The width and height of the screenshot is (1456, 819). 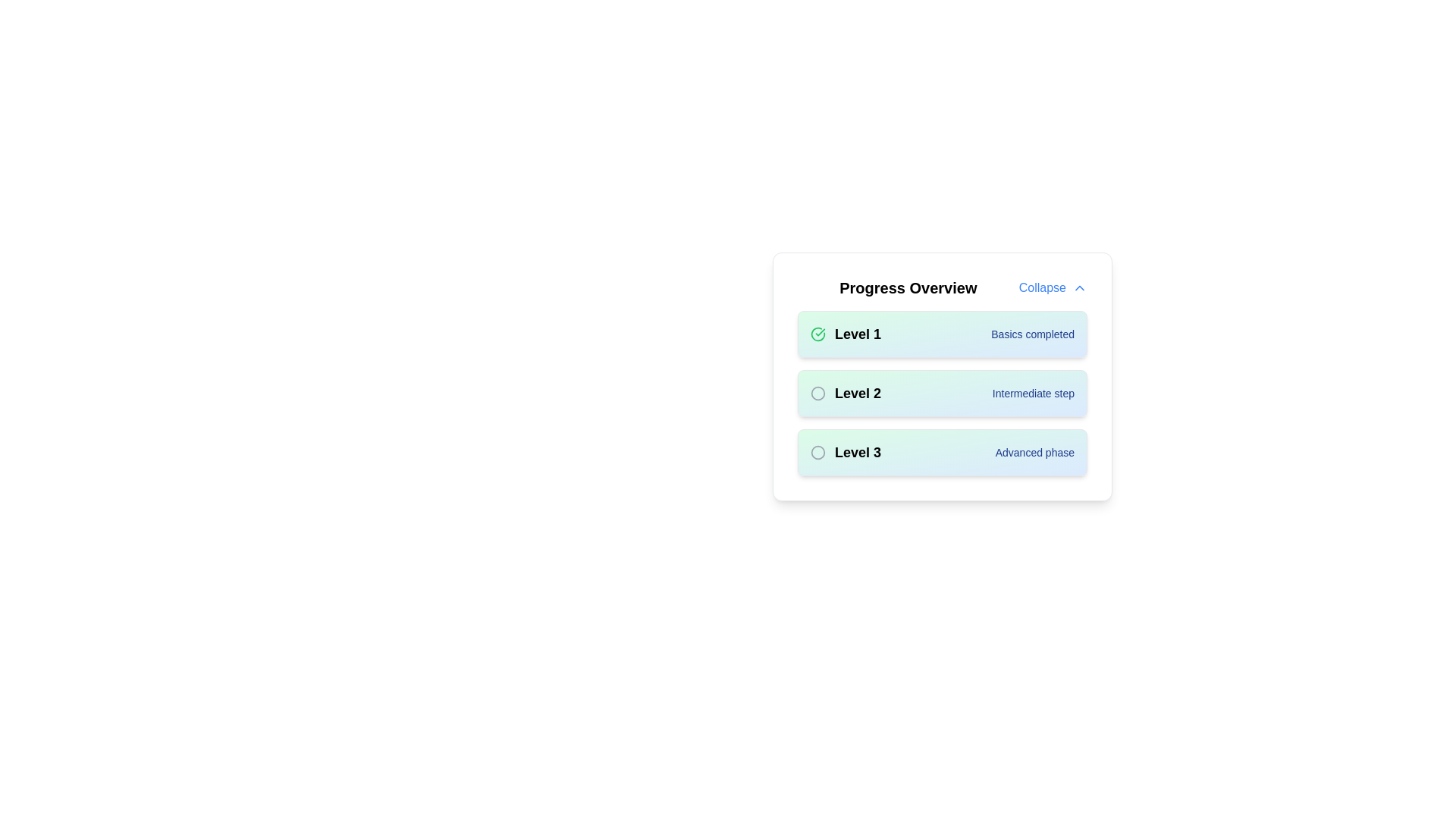 I want to click on the Progress Step Indicator, which indicates the second level in the progression hierarchy and is horizontally centered in a bordered box with a gradient background, so click(x=942, y=393).